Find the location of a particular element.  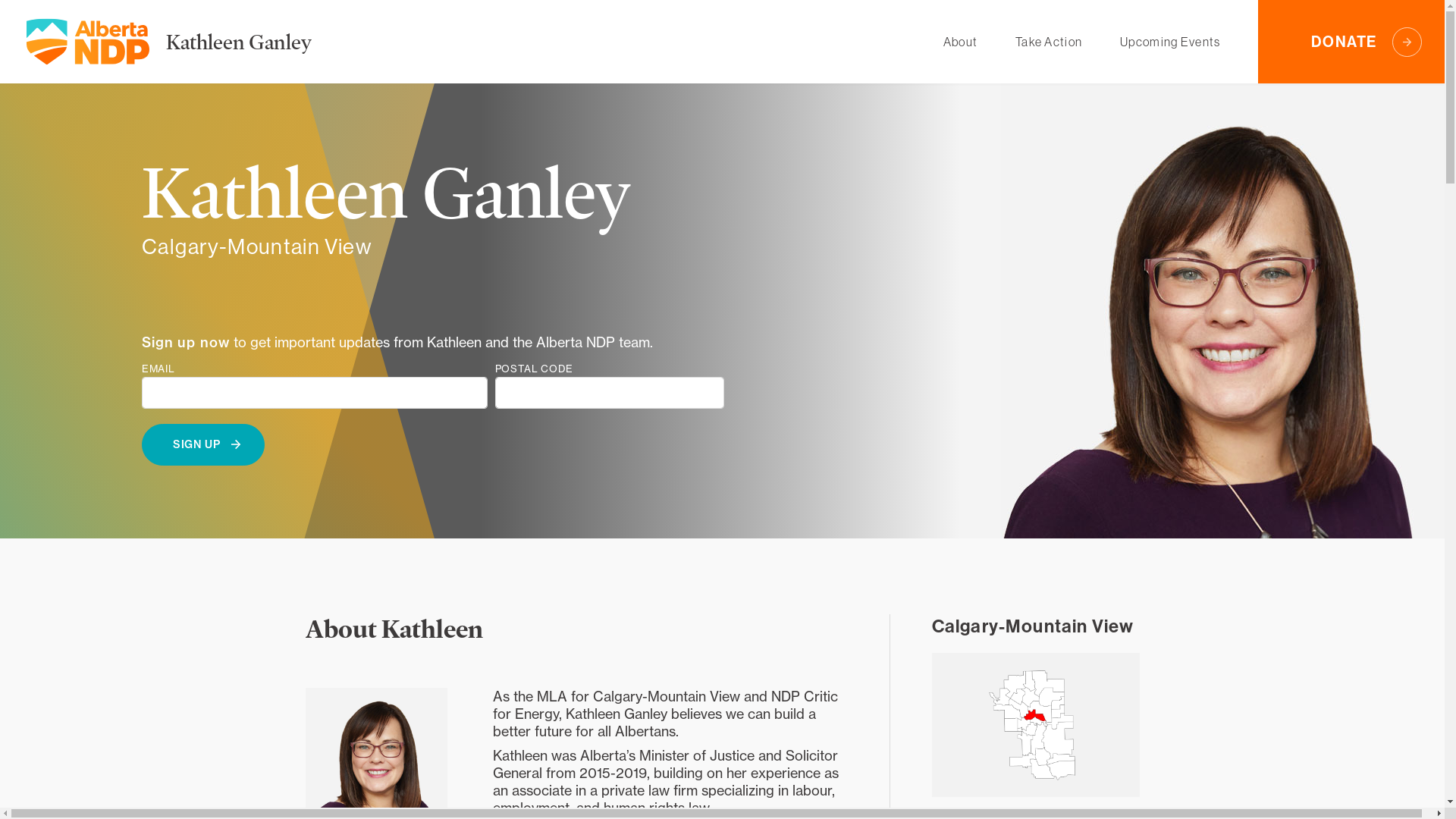

'Take Action' is located at coordinates (1047, 41).